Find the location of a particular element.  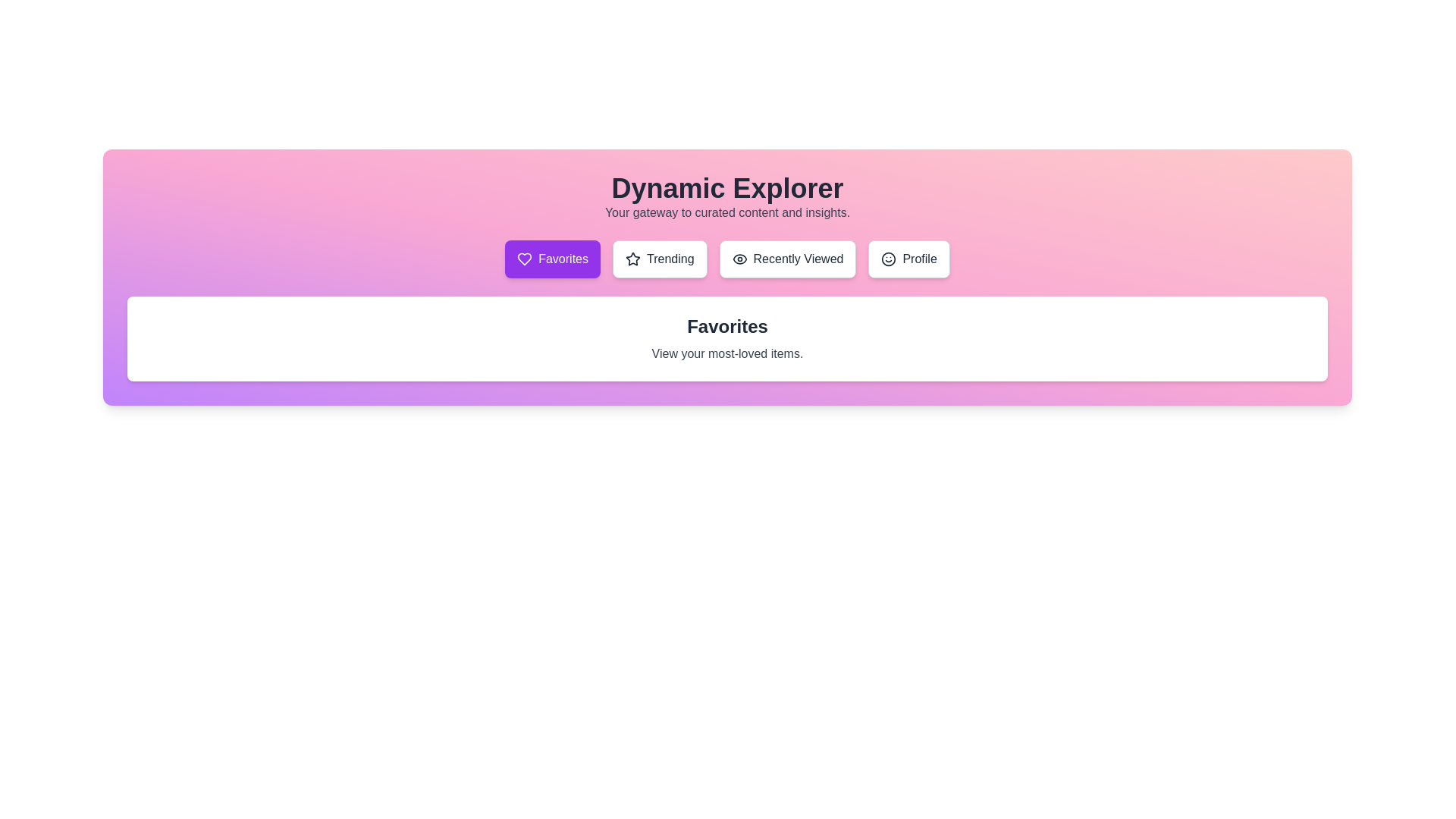

the tab labeled Profile is located at coordinates (909, 259).